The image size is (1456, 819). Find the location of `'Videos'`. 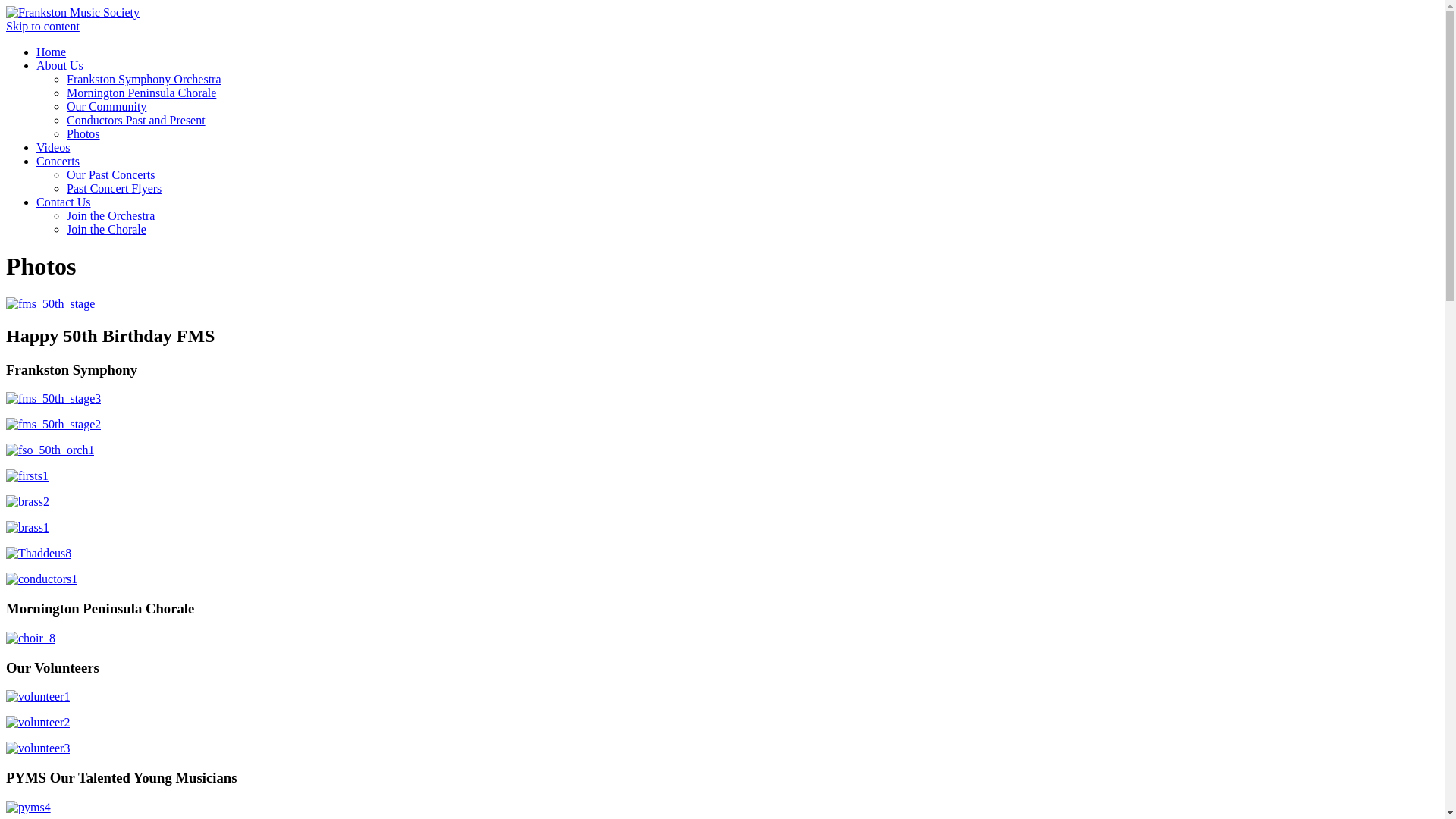

'Videos' is located at coordinates (53, 147).